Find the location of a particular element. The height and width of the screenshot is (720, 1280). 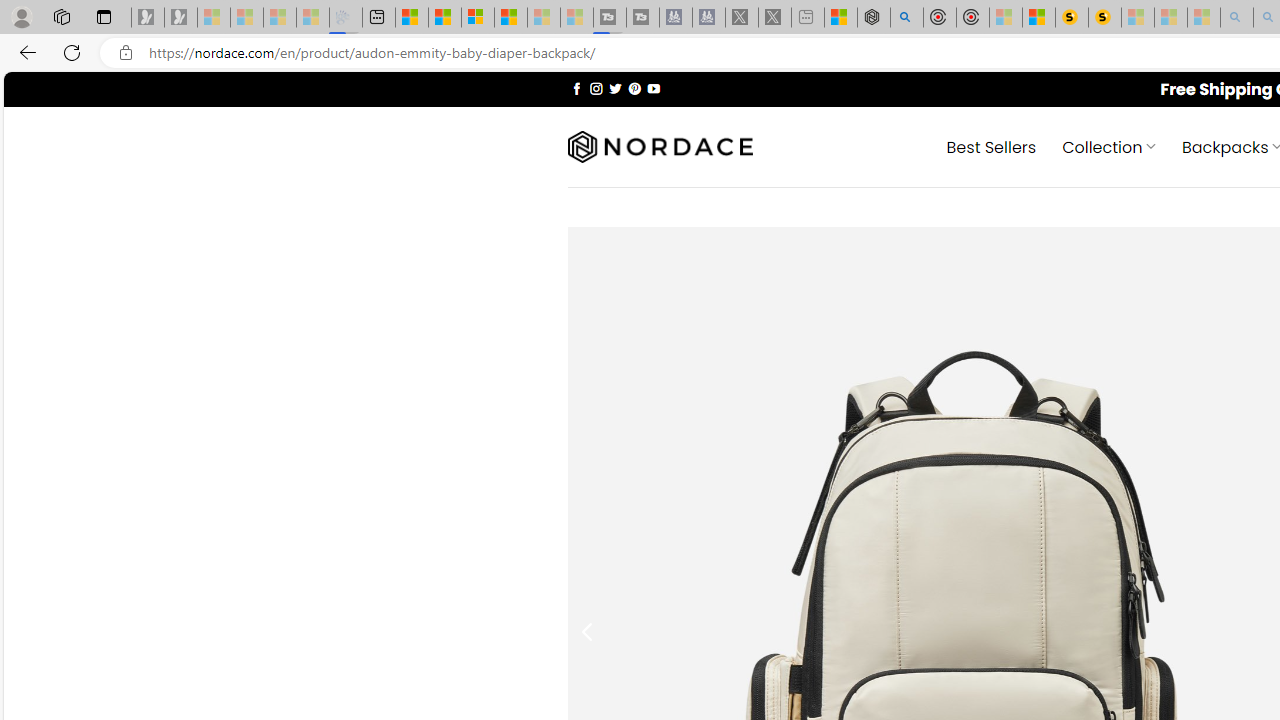

' Best Sellers' is located at coordinates (991, 145).